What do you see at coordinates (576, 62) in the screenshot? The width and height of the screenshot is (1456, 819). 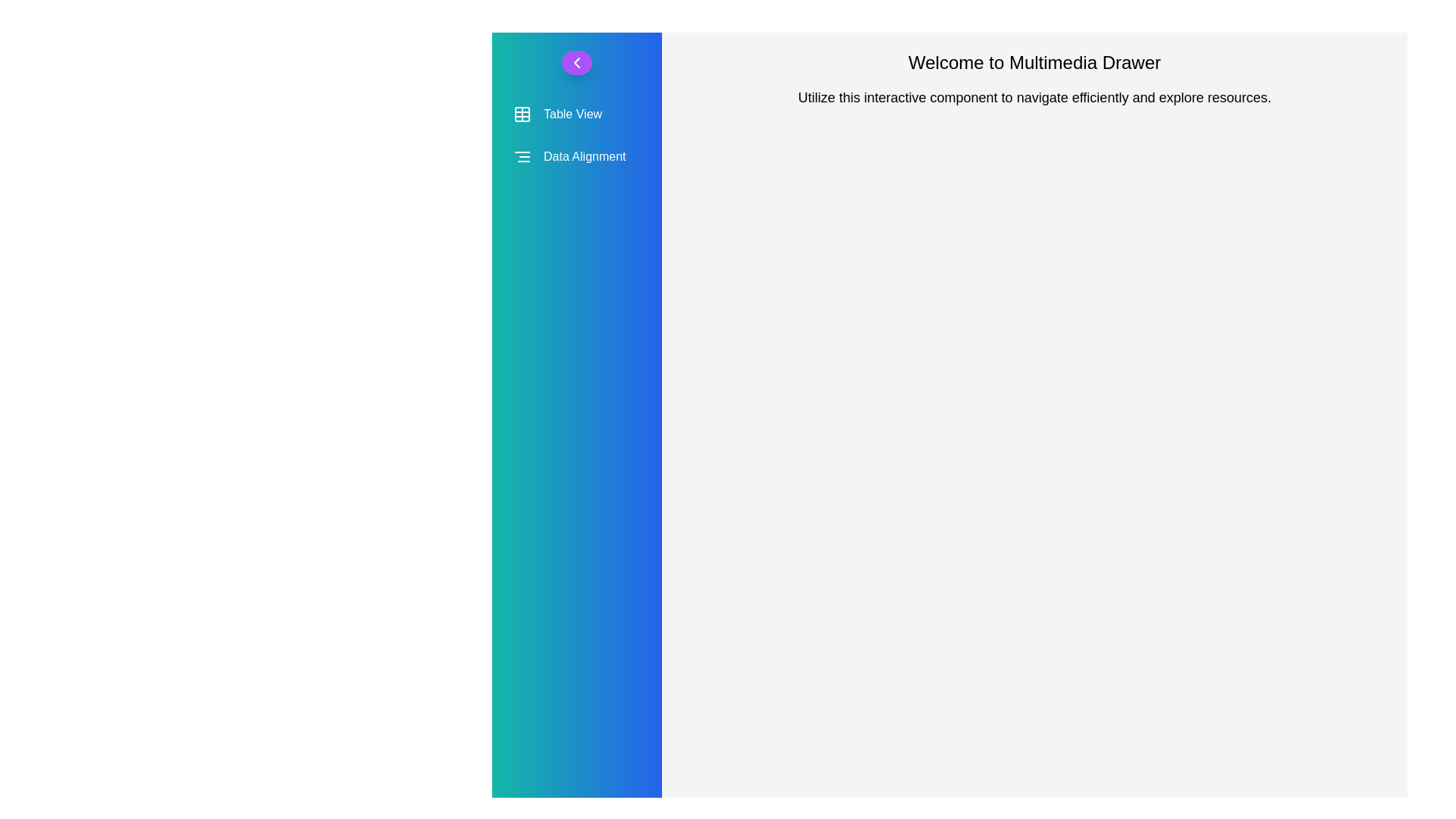 I see `the purple button to toggle the drawer` at bounding box center [576, 62].